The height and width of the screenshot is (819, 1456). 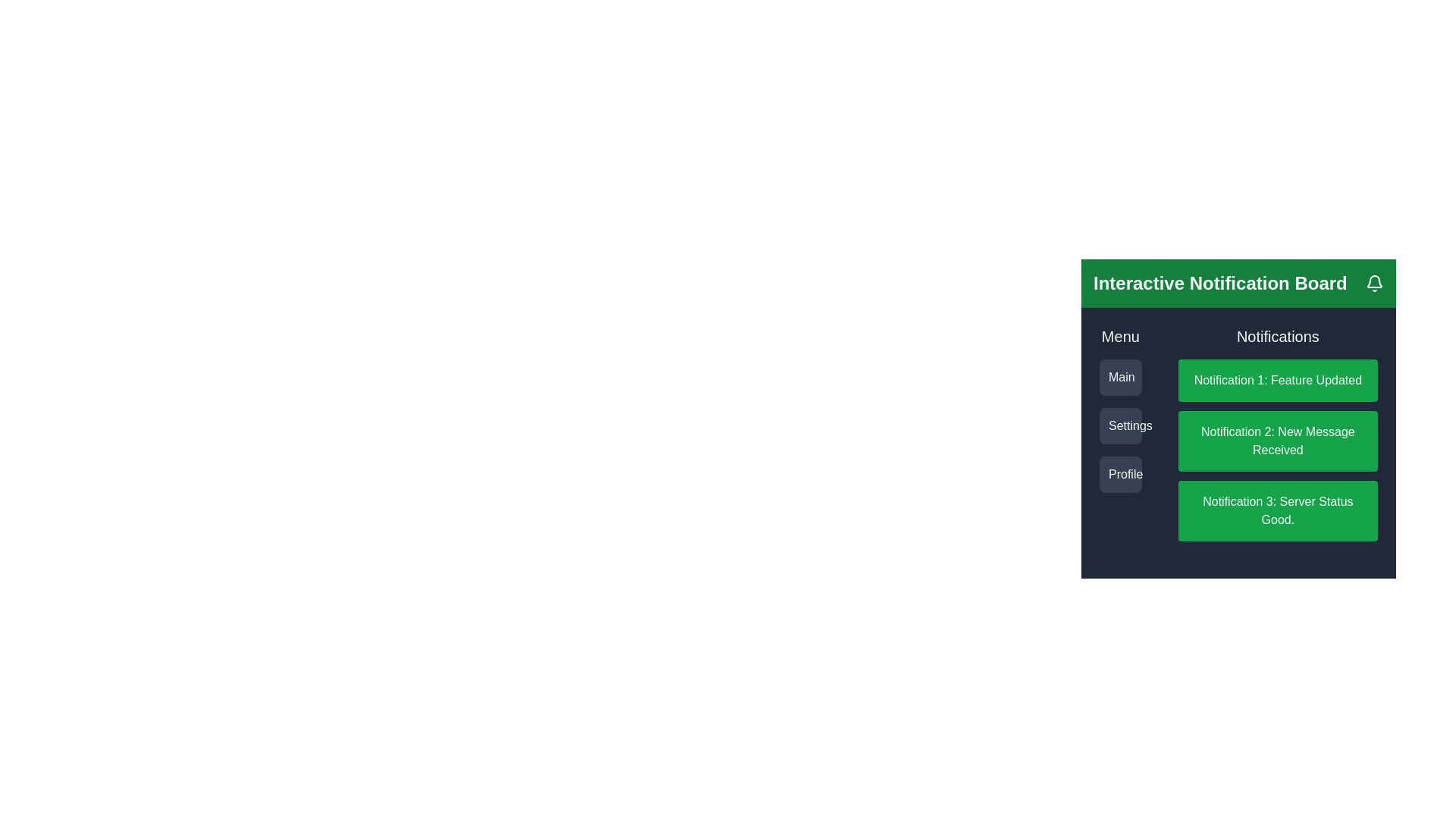 What do you see at coordinates (1277, 511) in the screenshot?
I see `the non-interactive notification button labeled 'Notification 3: Server Status Good.' which is the last in the vertical sequence within the 'Notifications' section` at bounding box center [1277, 511].